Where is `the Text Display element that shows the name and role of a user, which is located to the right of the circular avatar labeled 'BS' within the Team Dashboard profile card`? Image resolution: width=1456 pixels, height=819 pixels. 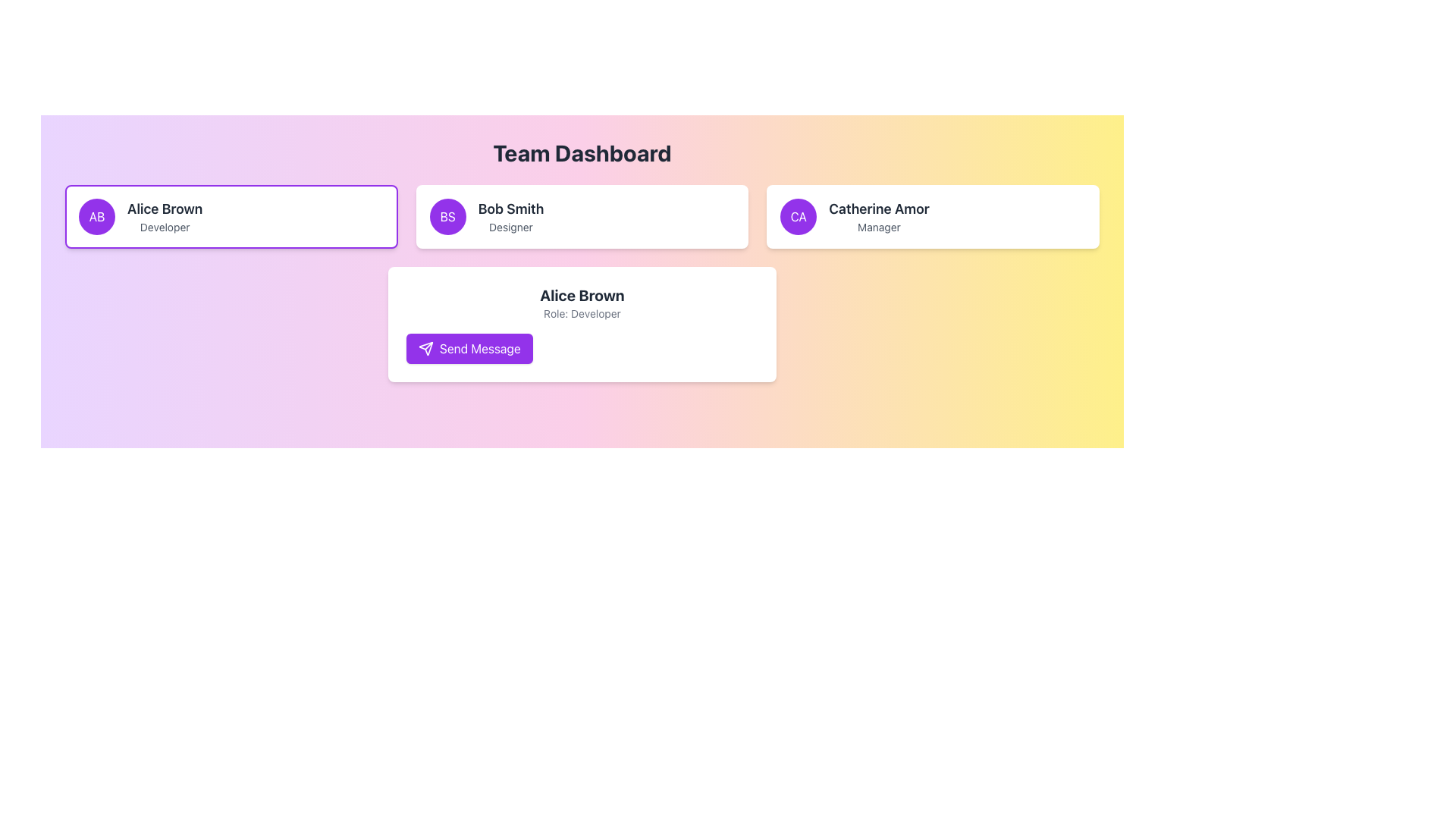 the Text Display element that shows the name and role of a user, which is located to the right of the circular avatar labeled 'BS' within the Team Dashboard profile card is located at coordinates (510, 216).